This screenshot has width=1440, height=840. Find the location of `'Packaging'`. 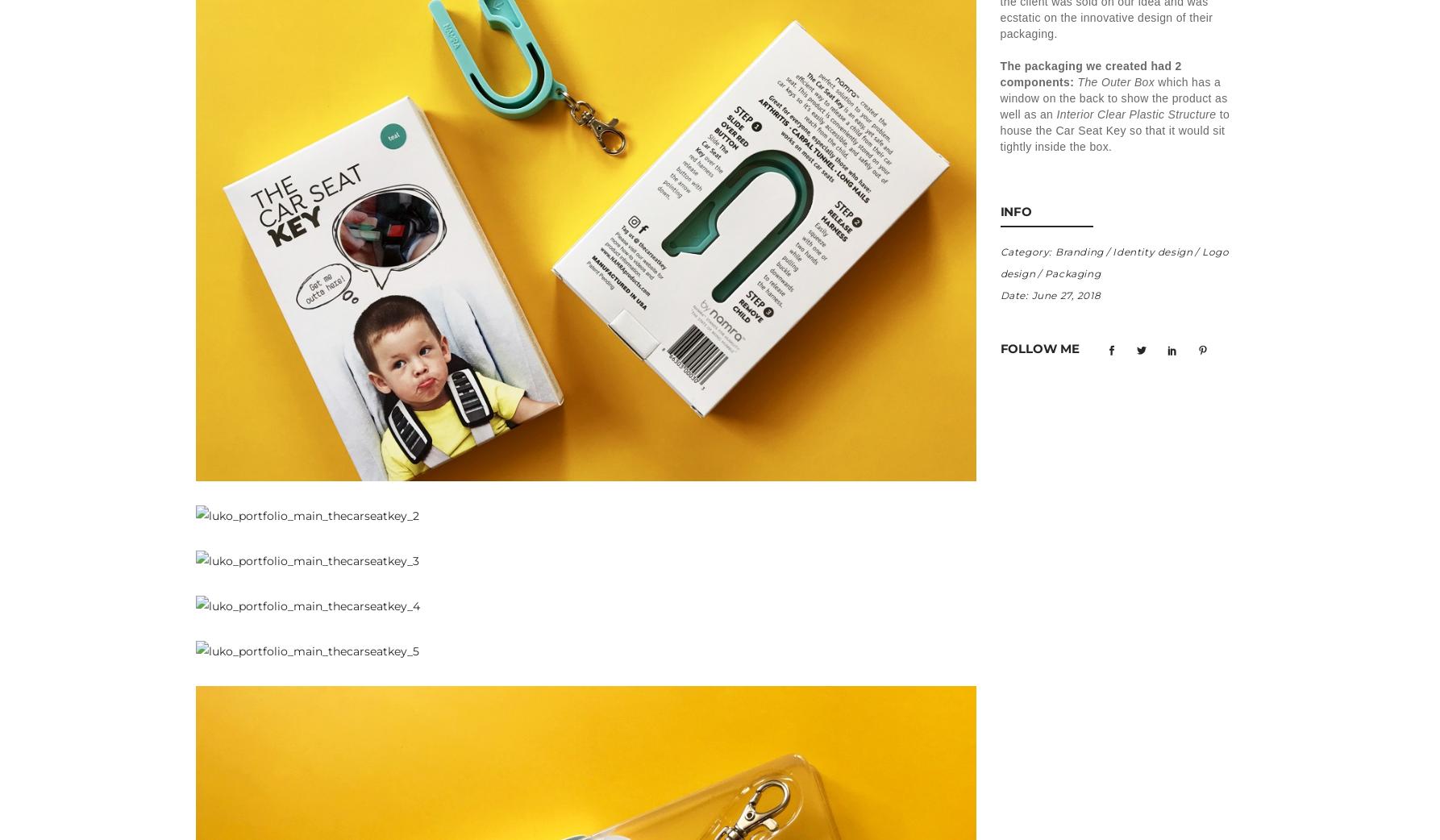

'Packaging' is located at coordinates (1072, 272).